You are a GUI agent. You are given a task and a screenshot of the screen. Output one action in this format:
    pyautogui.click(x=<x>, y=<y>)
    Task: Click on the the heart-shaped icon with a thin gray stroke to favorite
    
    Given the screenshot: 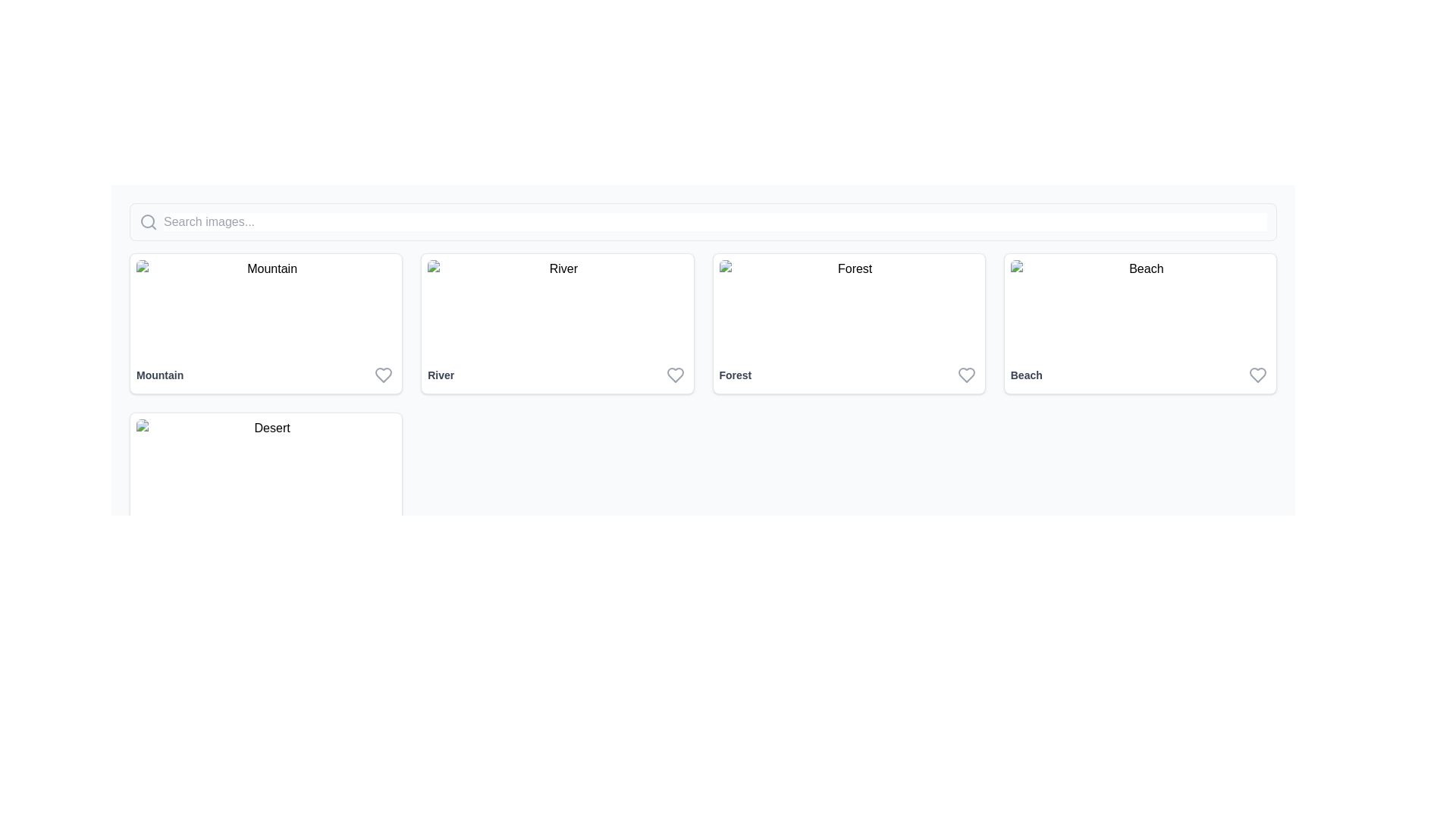 What is the action you would take?
    pyautogui.click(x=1258, y=375)
    